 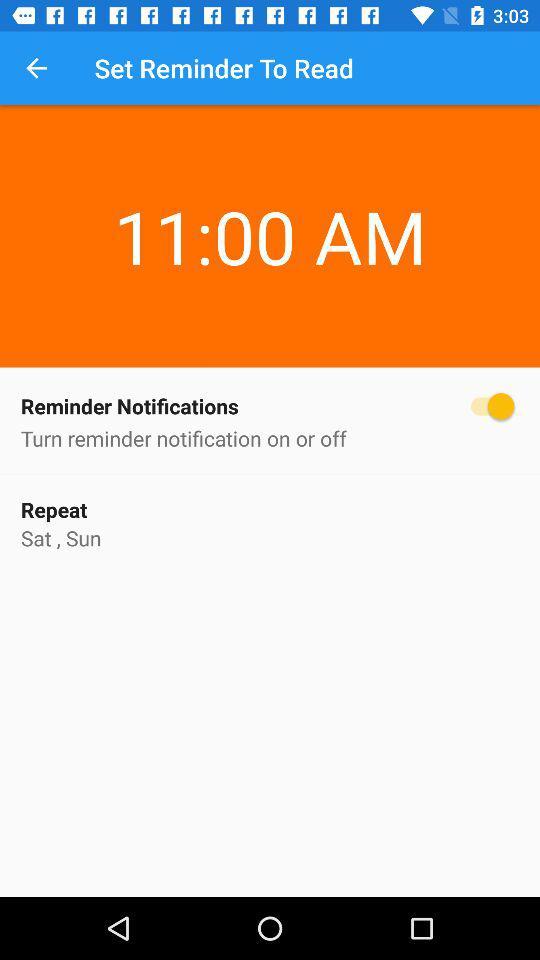 I want to click on item at the top left corner, so click(x=36, y=68).